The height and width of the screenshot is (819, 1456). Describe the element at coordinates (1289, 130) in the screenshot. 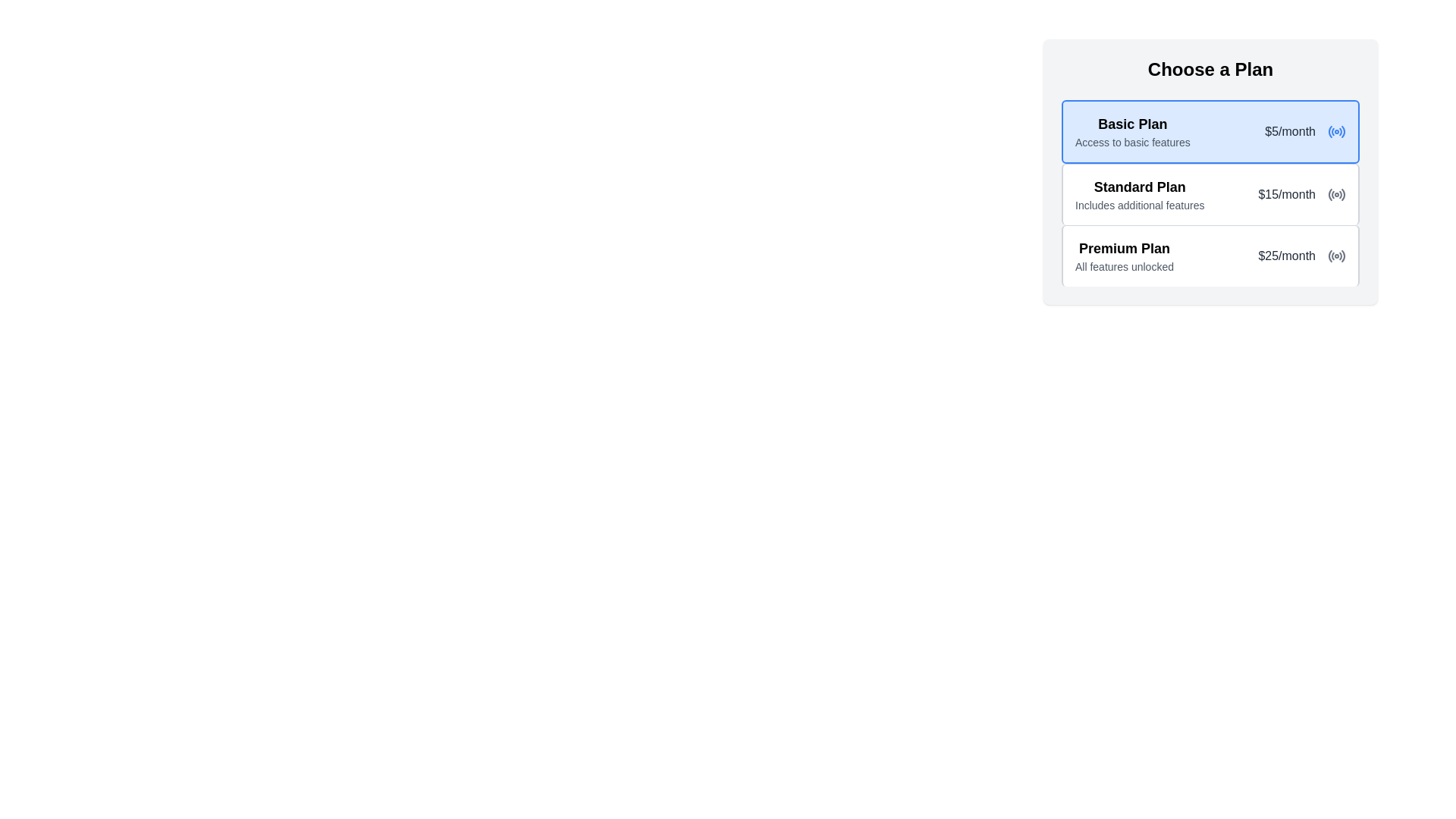

I see `text displayed in the text label showing '$5/month' which is adjacent to the 'Basic Plan' title in the 'Choose a Plan' section` at that location.